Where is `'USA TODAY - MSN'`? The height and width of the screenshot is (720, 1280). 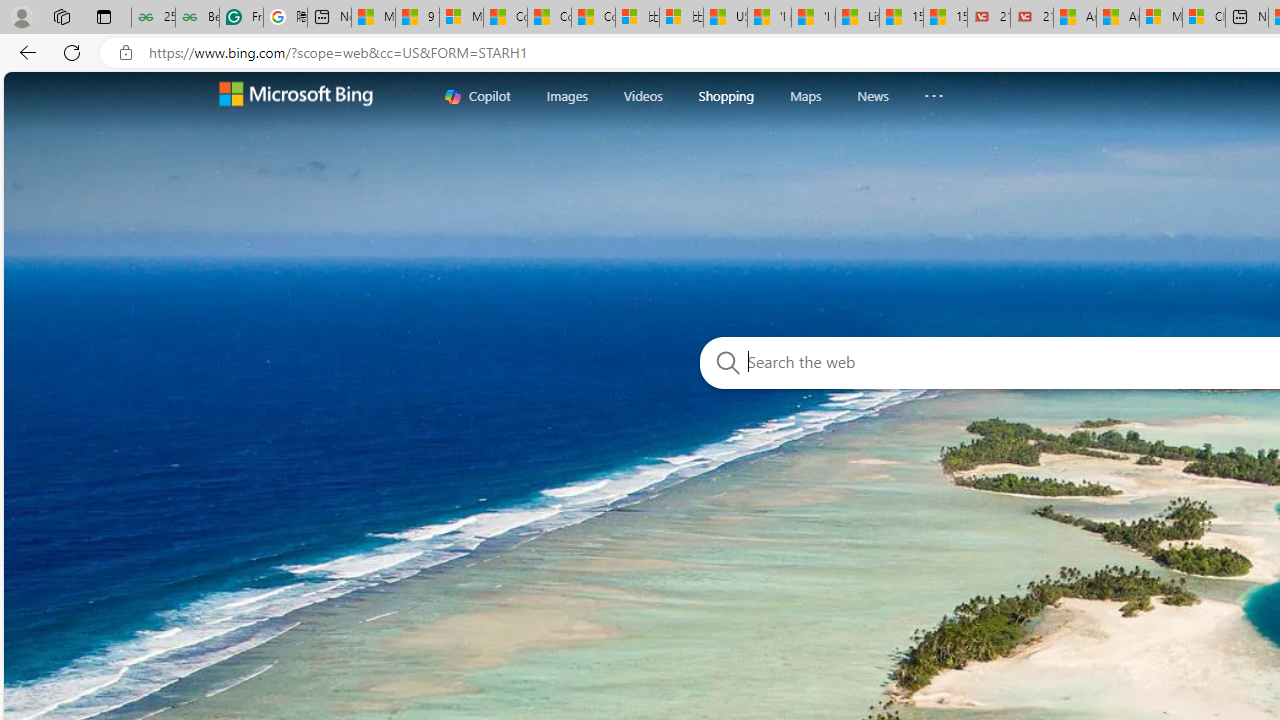 'USA TODAY - MSN' is located at coordinates (724, 17).